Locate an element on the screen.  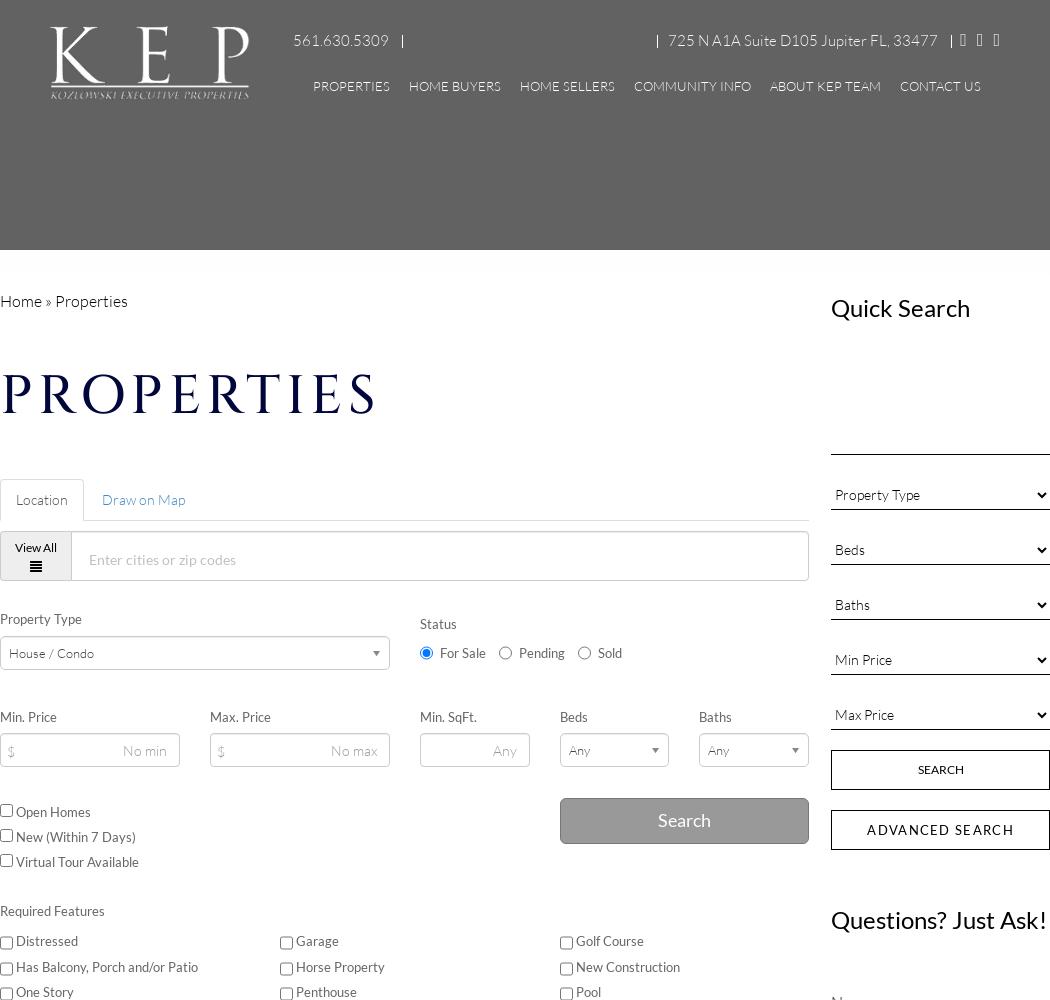
'Search' is located at coordinates (683, 819).